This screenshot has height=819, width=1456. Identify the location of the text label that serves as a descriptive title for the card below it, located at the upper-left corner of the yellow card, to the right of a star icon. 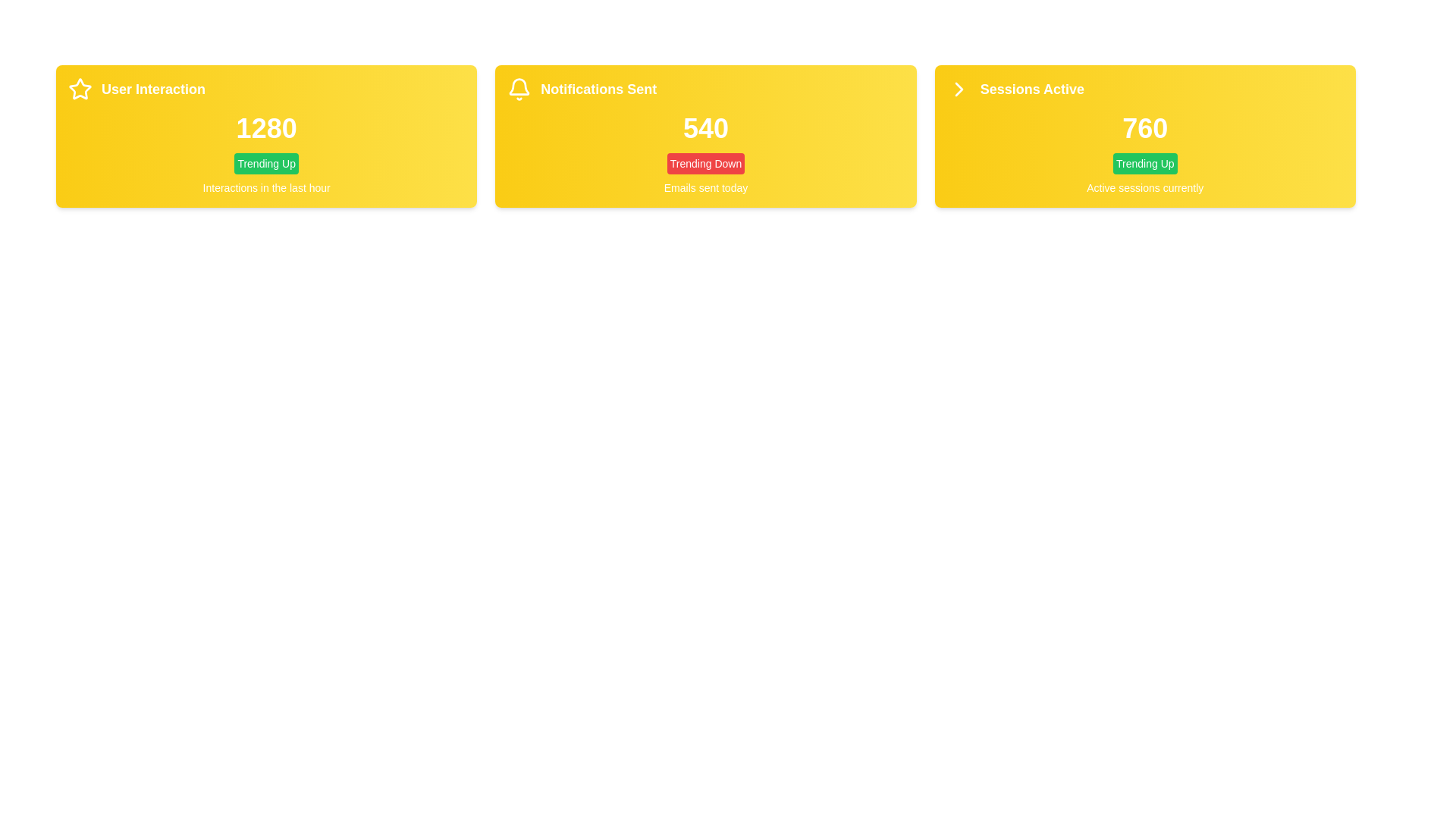
(153, 89).